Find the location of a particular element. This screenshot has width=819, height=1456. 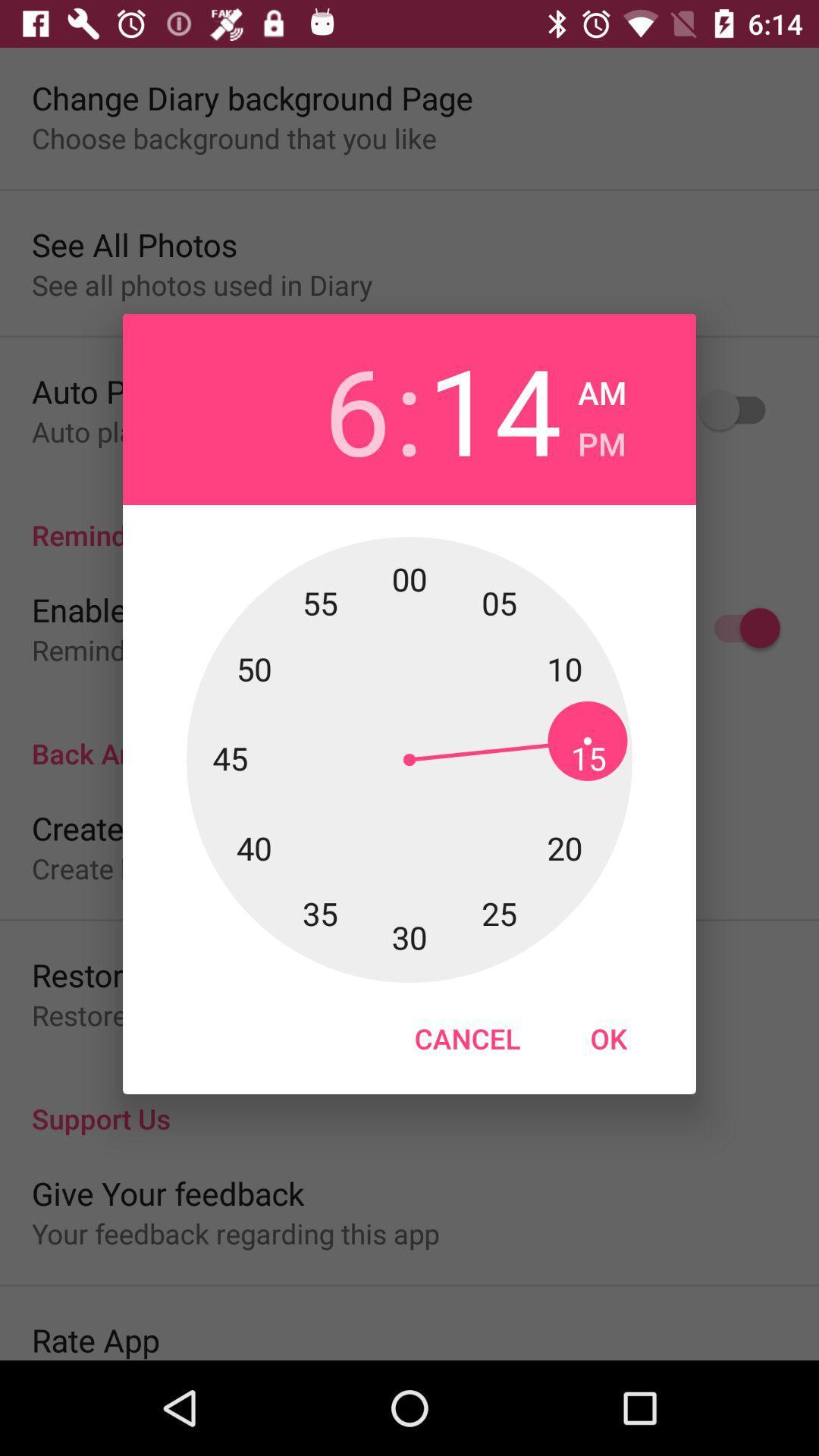

item next to the ok icon is located at coordinates (466, 1037).